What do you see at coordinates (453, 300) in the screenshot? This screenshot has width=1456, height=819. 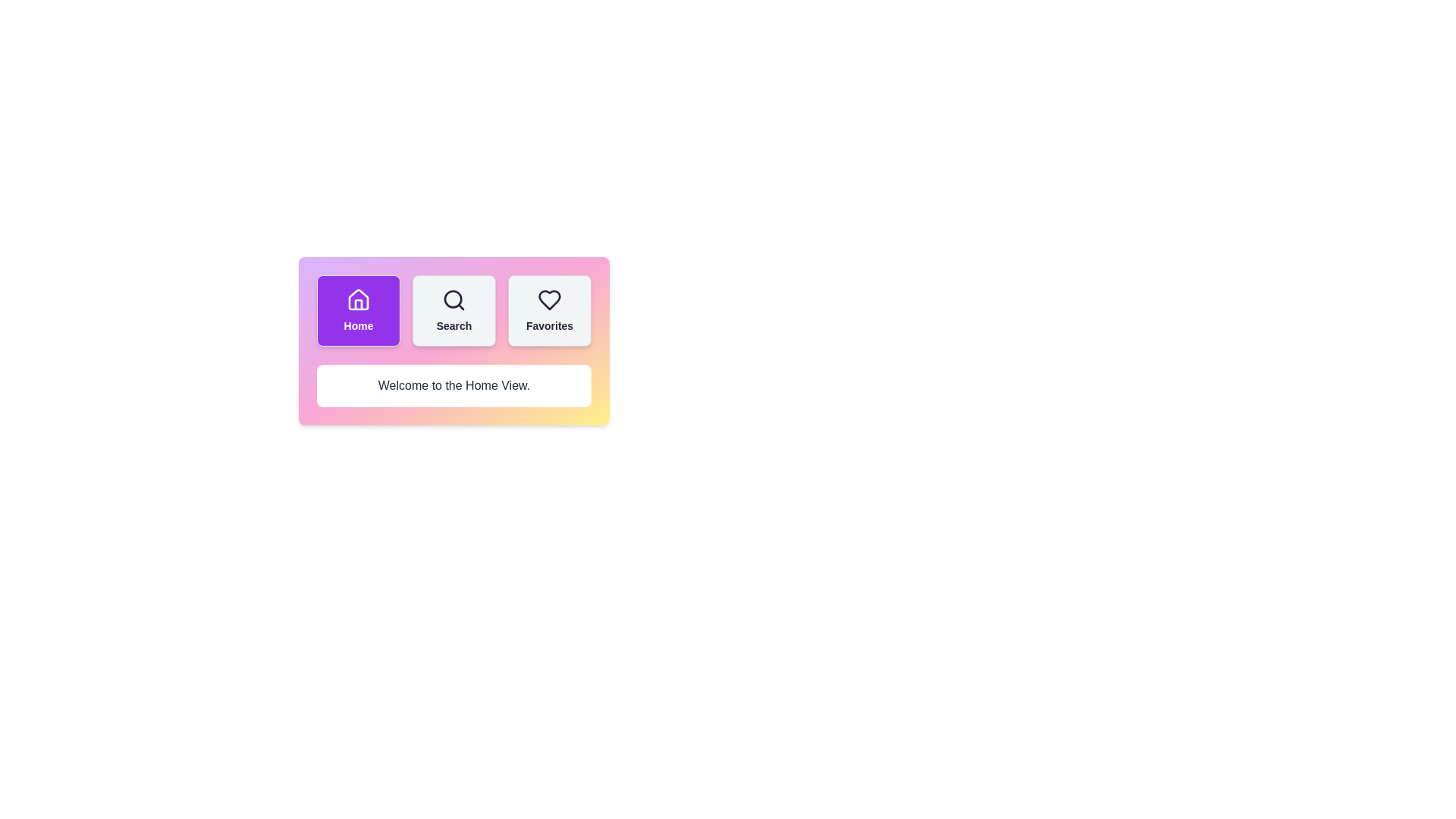 I see `the magnifying glass icon on the 'Search' button` at bounding box center [453, 300].